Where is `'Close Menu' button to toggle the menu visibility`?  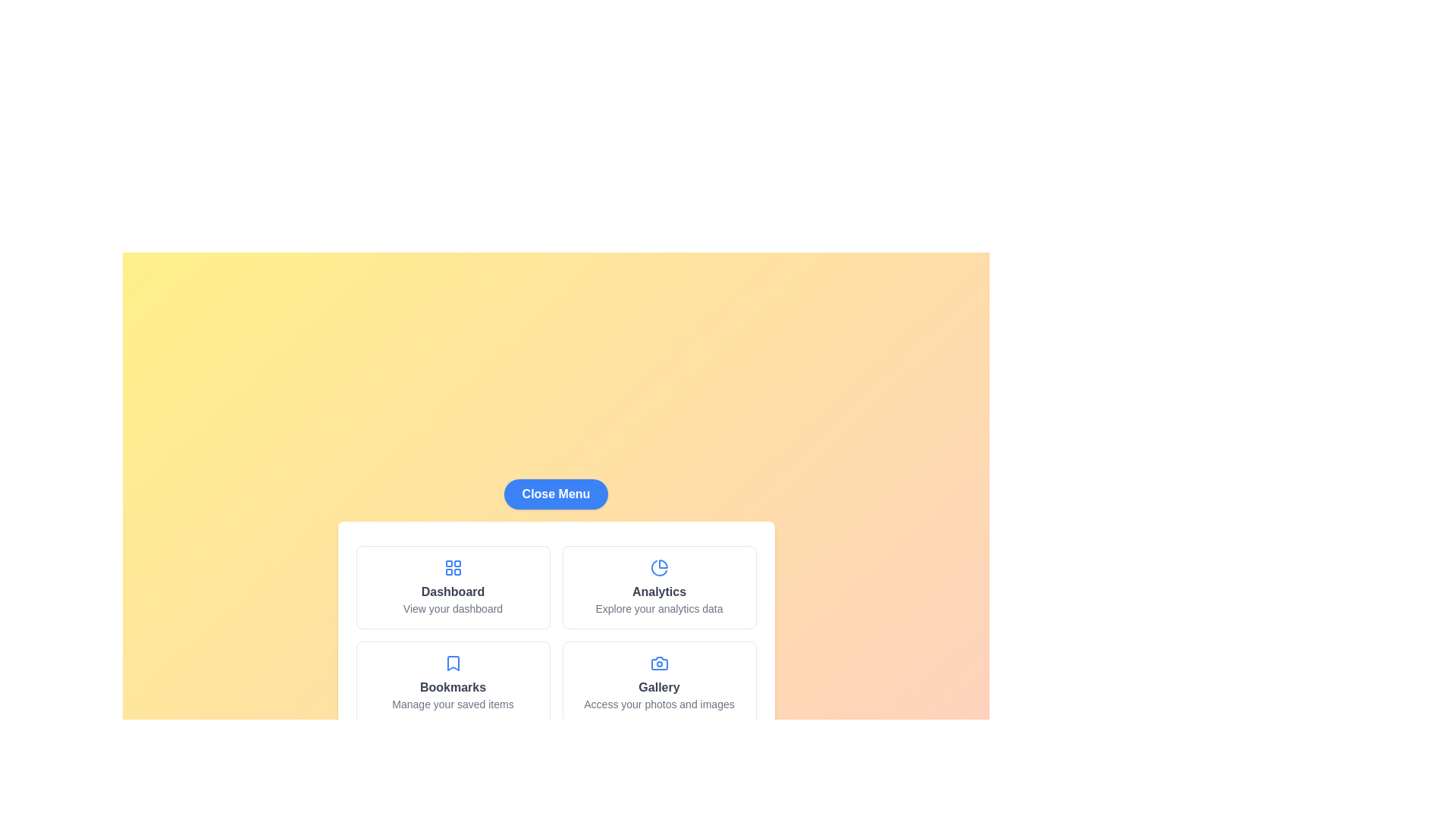 'Close Menu' button to toggle the menu visibility is located at coordinates (555, 494).